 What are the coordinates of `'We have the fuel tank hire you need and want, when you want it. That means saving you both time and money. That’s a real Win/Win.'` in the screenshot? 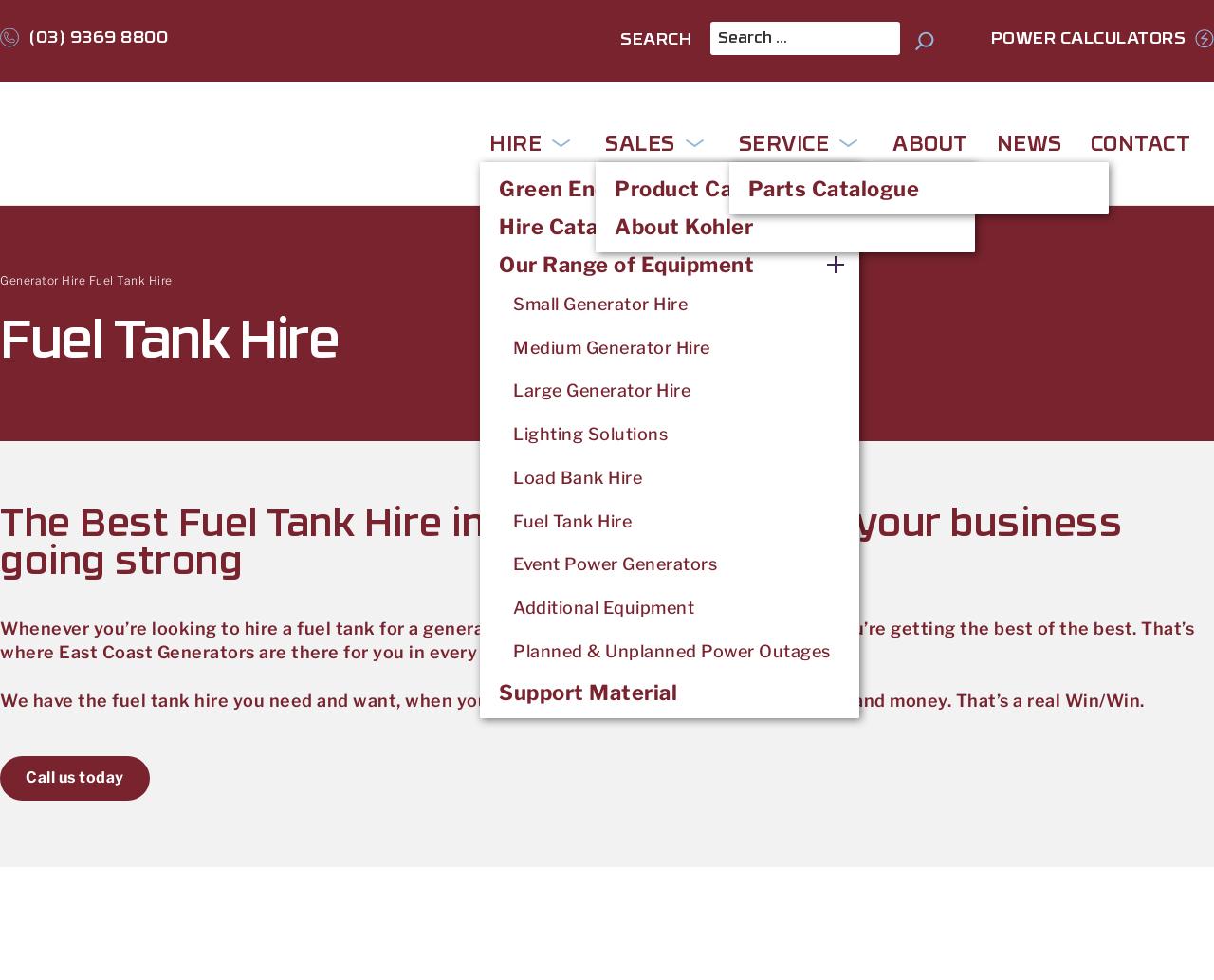 It's located at (571, 700).